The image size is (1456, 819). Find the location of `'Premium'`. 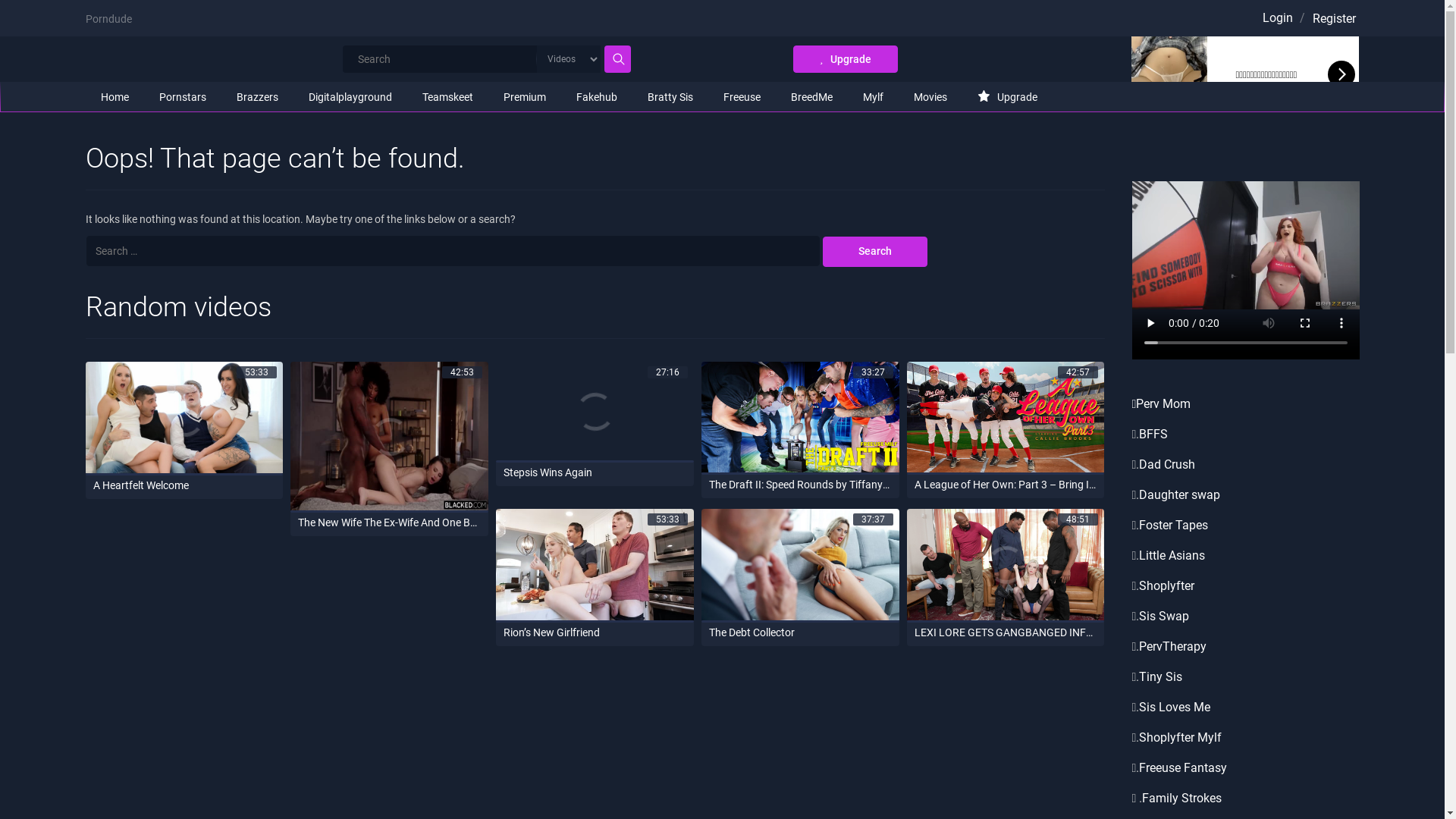

'Premium' is located at coordinates (524, 96).